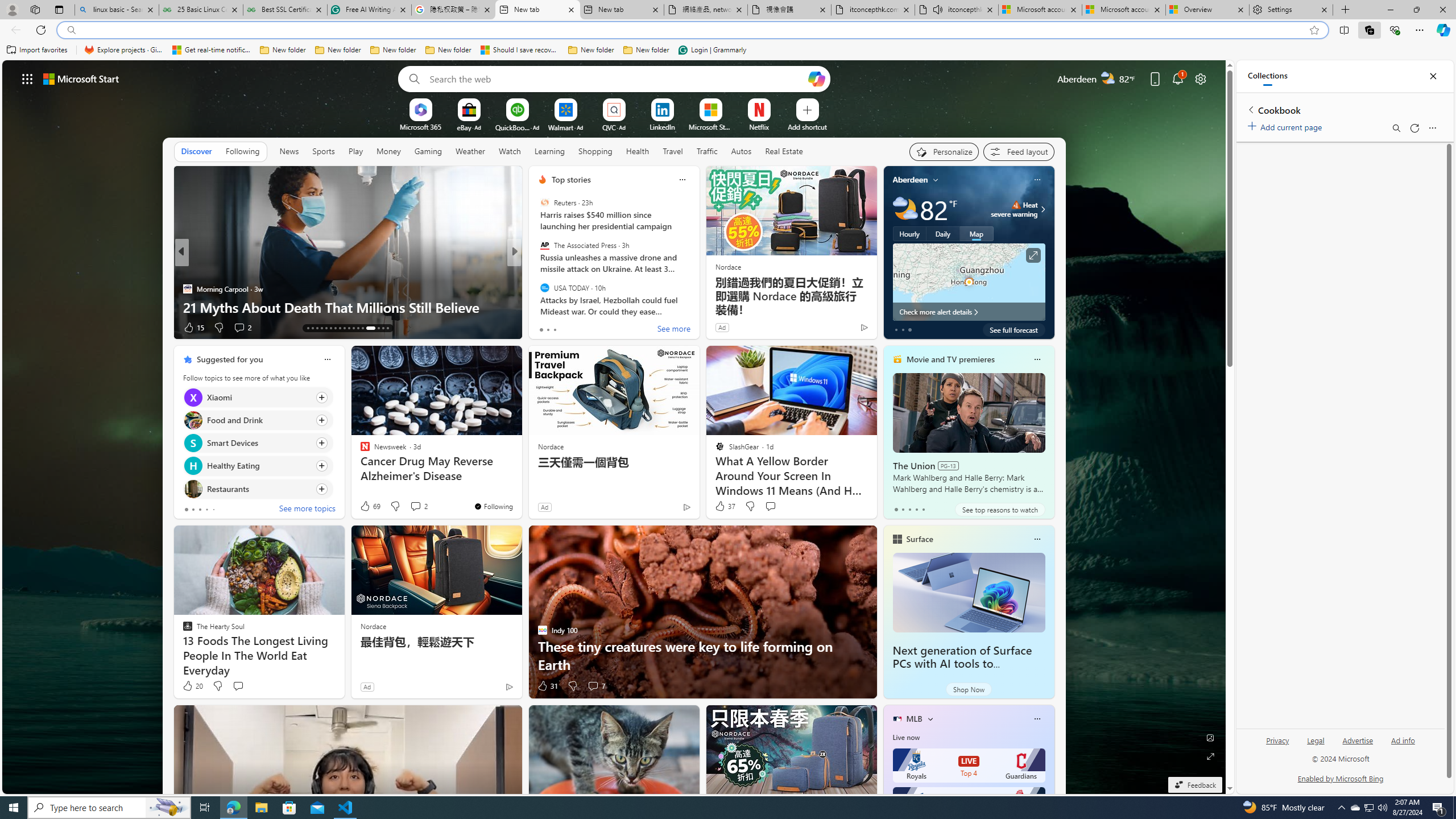 Image resolution: width=1456 pixels, height=819 pixels. Describe the element at coordinates (936, 179) in the screenshot. I see `'My location'` at that location.